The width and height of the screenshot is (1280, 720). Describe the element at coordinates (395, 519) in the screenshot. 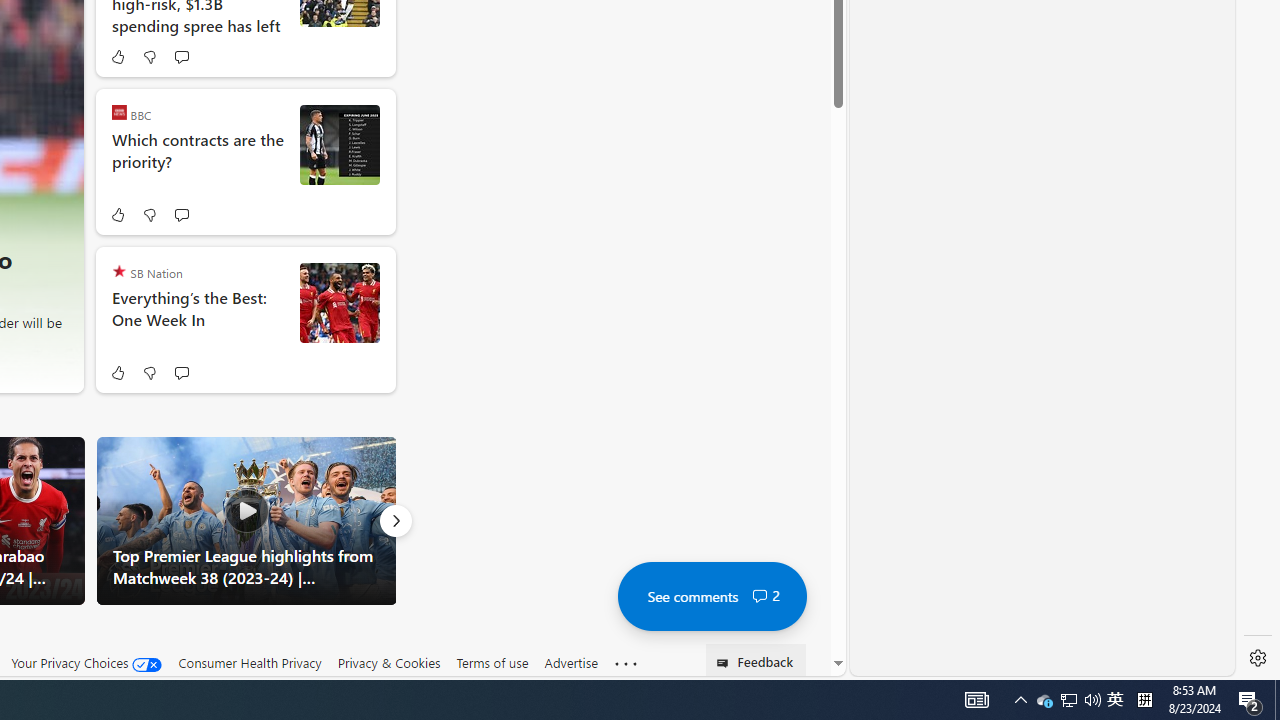

I see `'Next'` at that location.